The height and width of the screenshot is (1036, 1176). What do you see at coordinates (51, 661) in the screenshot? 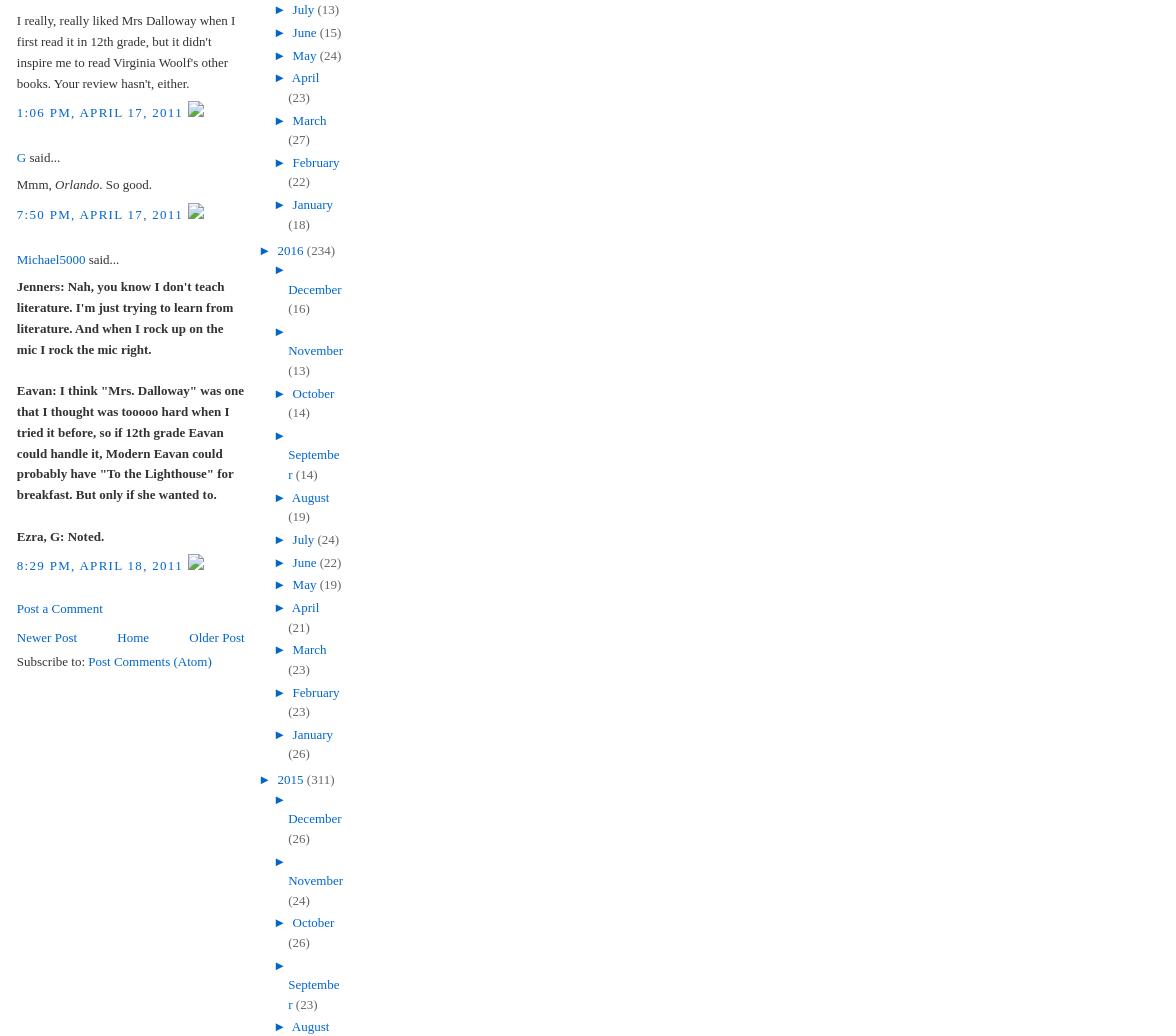
I see `'Subscribe to:'` at bounding box center [51, 661].